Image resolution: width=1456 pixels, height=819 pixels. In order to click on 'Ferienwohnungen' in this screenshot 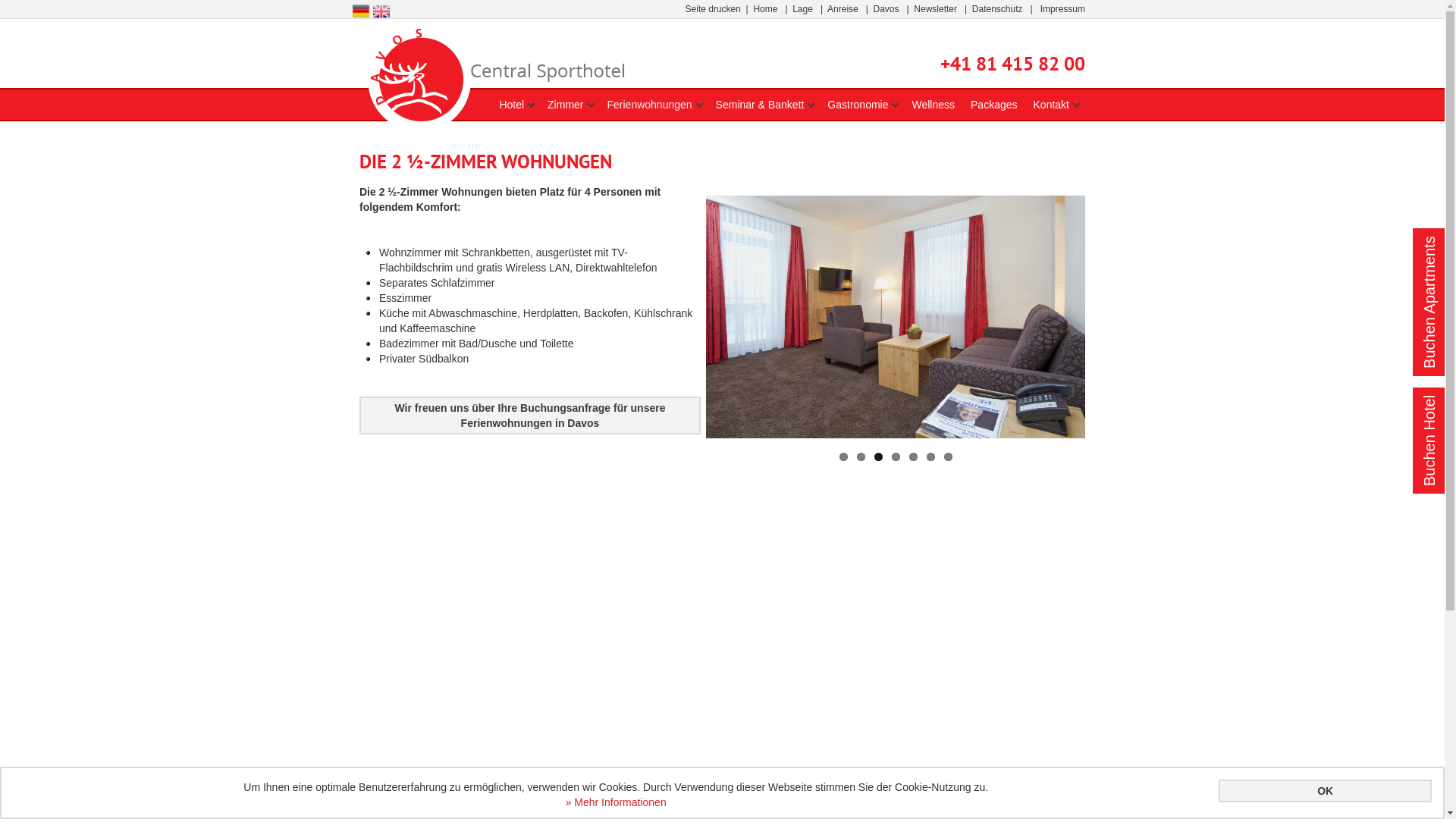, I will do `click(648, 104)`.